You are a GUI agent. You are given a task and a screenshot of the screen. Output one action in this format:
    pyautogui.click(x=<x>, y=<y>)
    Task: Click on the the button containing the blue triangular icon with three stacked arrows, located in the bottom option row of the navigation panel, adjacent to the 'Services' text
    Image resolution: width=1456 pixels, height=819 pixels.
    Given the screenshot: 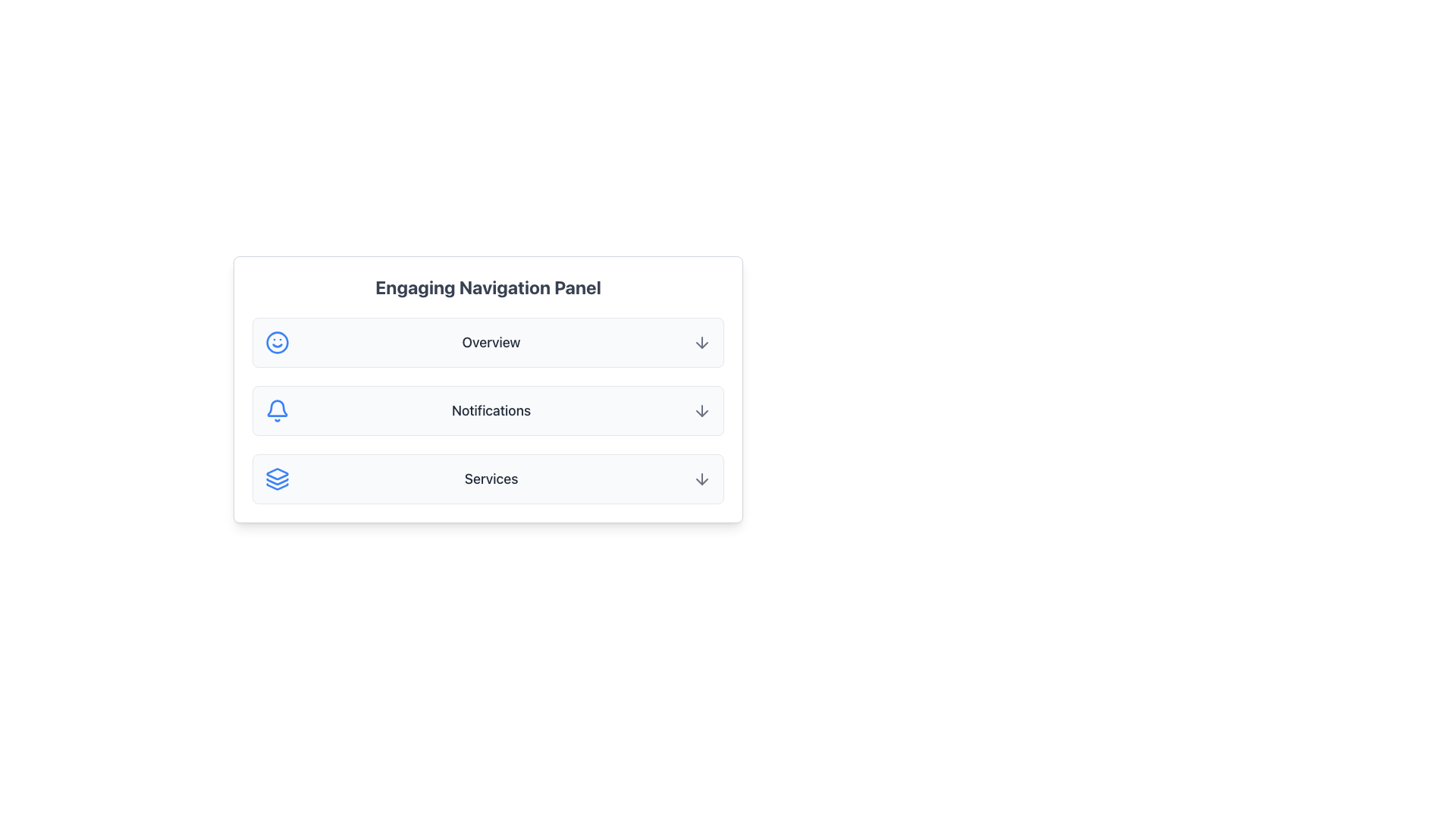 What is the action you would take?
    pyautogui.click(x=277, y=485)
    